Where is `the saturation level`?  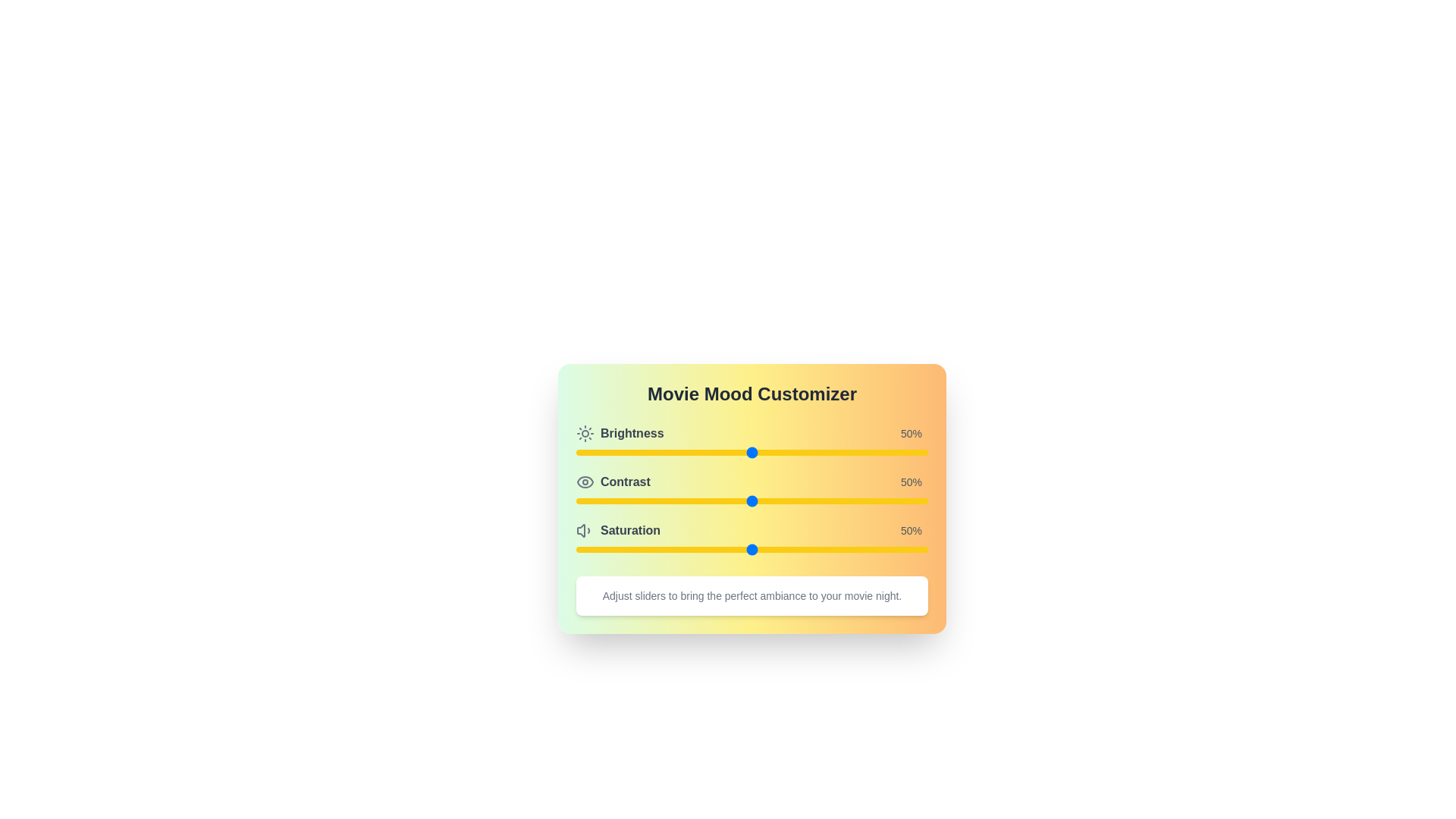 the saturation level is located at coordinates (793, 550).